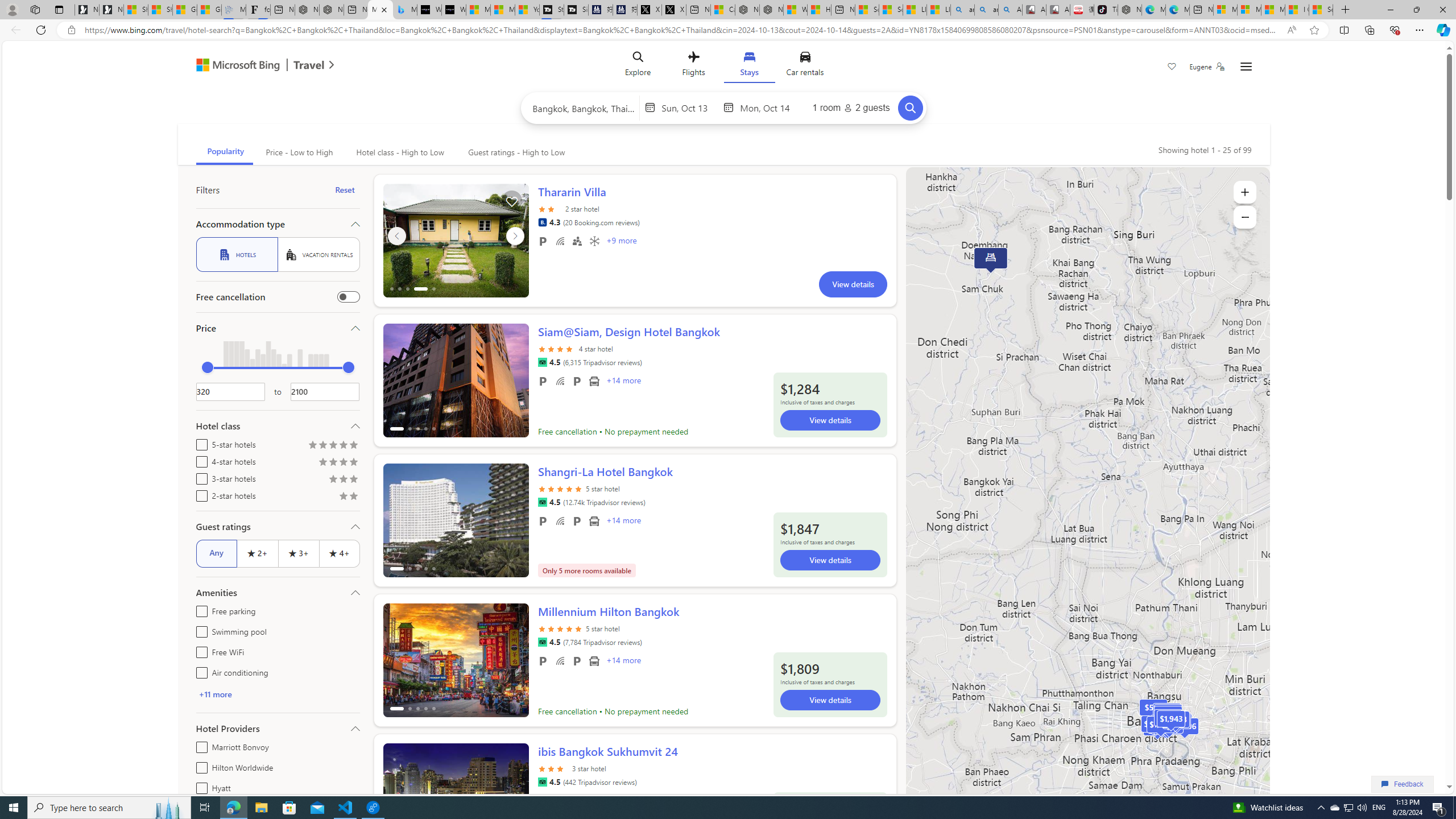  What do you see at coordinates (1057, 9) in the screenshot?
I see `'All Cubot phones'` at bounding box center [1057, 9].